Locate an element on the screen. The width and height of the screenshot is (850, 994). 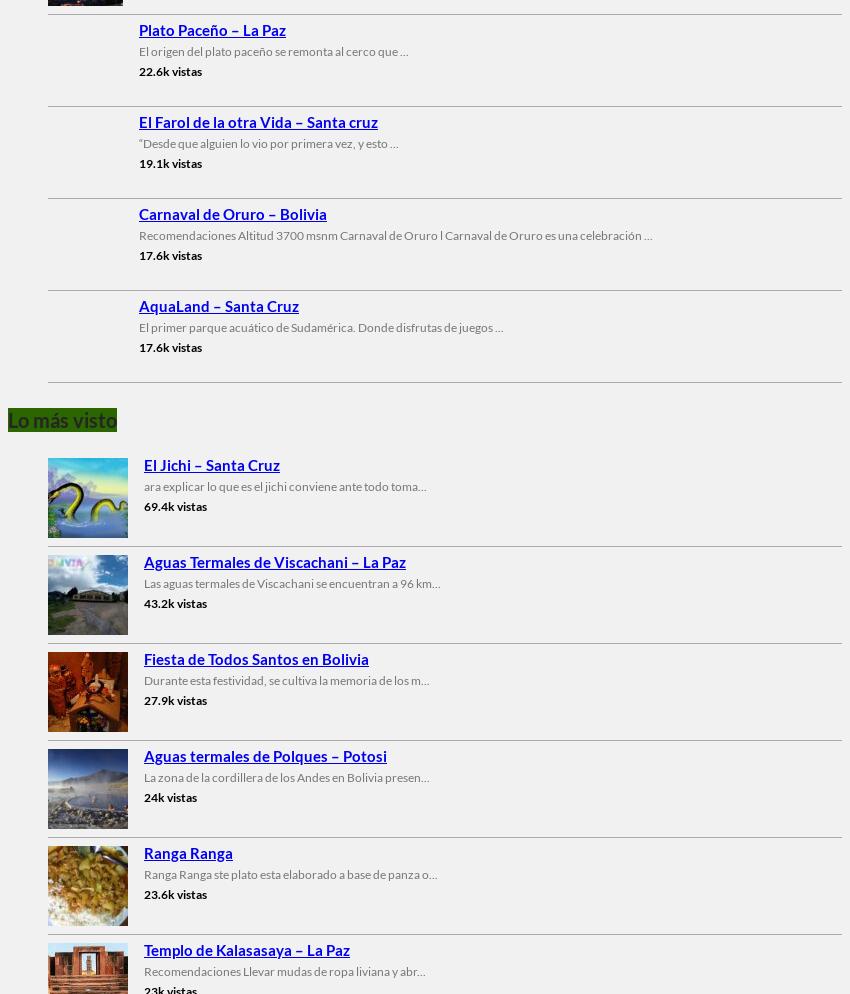
'Fiesta de Todos Santos en Bolivia' is located at coordinates (255, 658).